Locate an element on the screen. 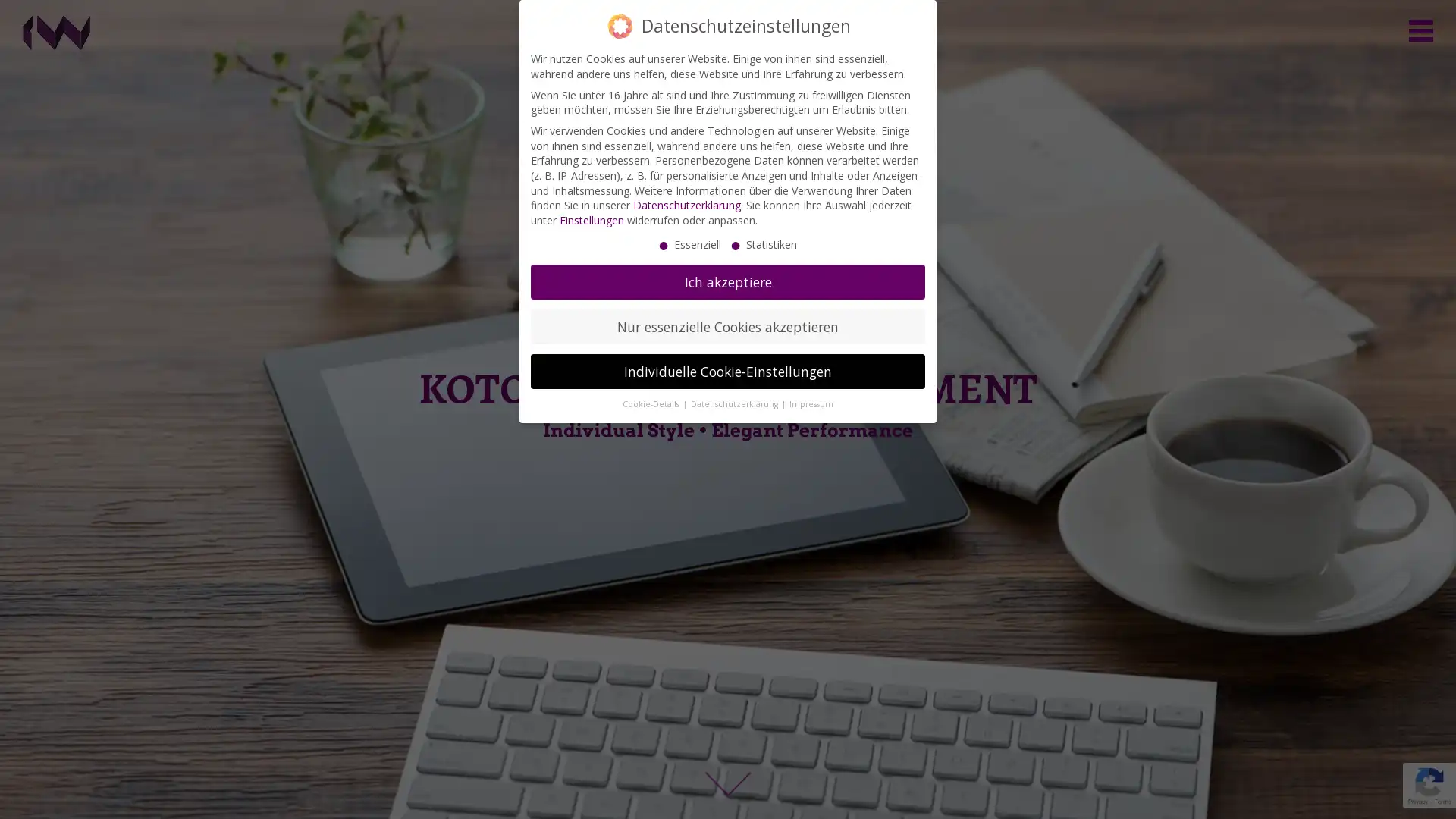 This screenshot has height=819, width=1456. Cookie-Informationen anzeigen is located at coordinates (728, 791).